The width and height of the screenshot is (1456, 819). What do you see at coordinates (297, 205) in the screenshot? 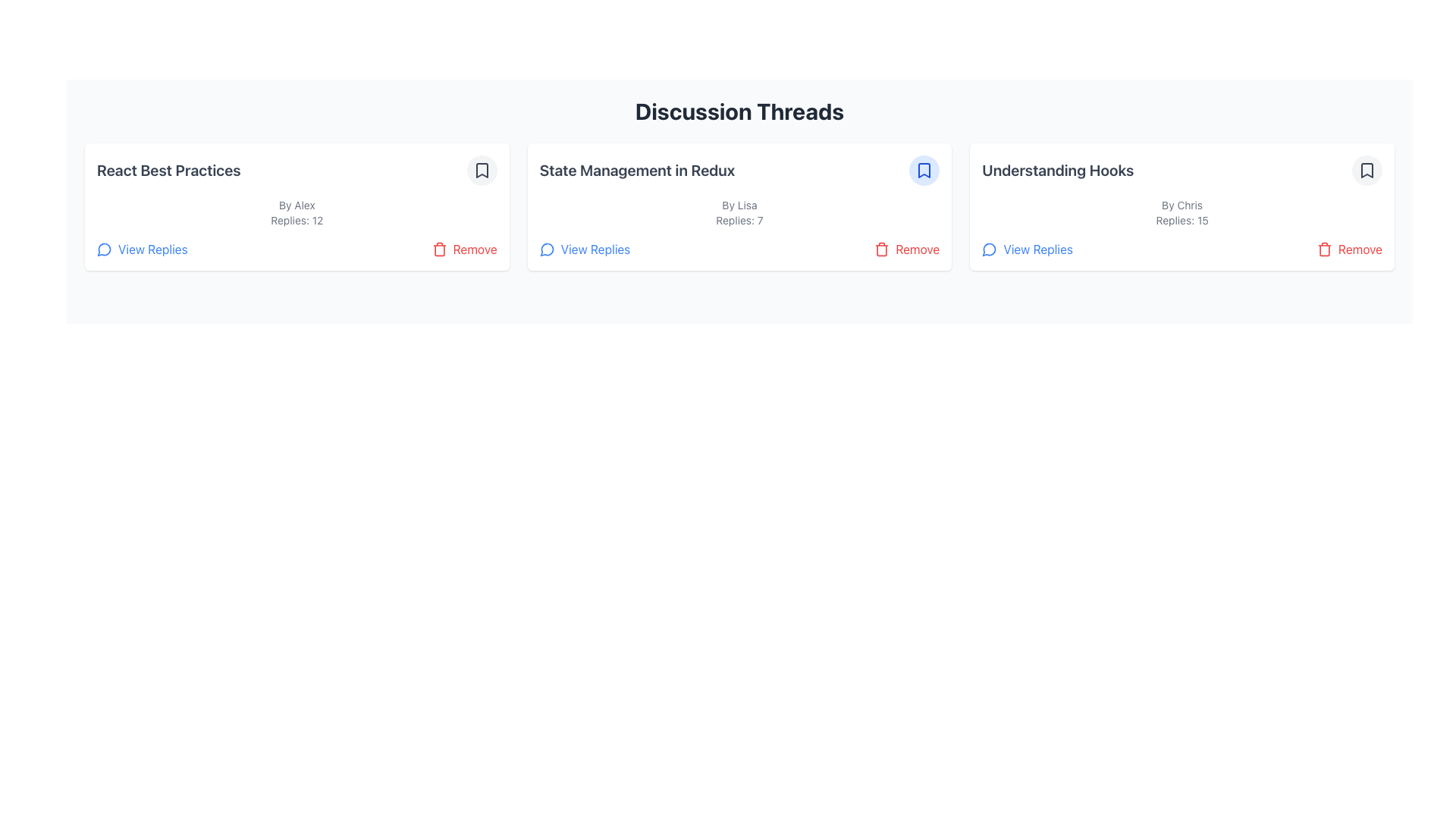
I see `the attribution label indicating the author of the discussion thread in the 'React Best Practices' card, which is centrally aligned below the header and above the 'Replies: 12' line` at bounding box center [297, 205].